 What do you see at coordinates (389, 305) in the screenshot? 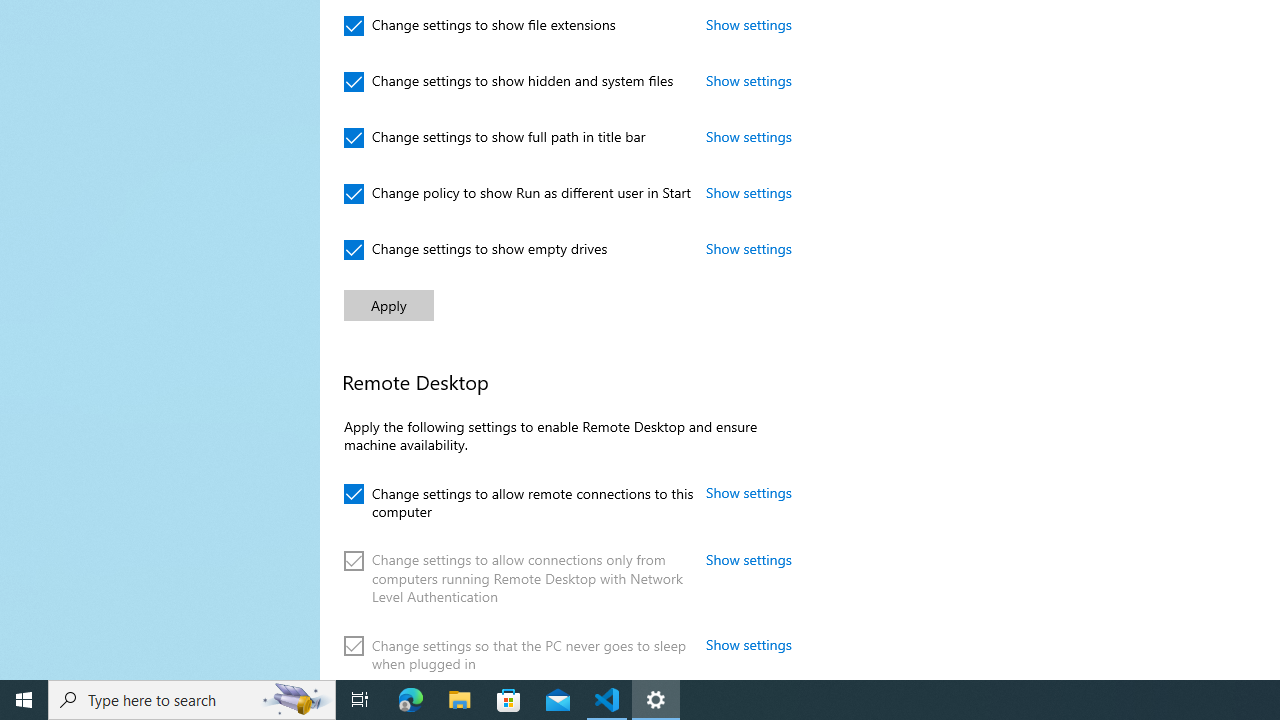
I see `'Apply'` at bounding box center [389, 305].